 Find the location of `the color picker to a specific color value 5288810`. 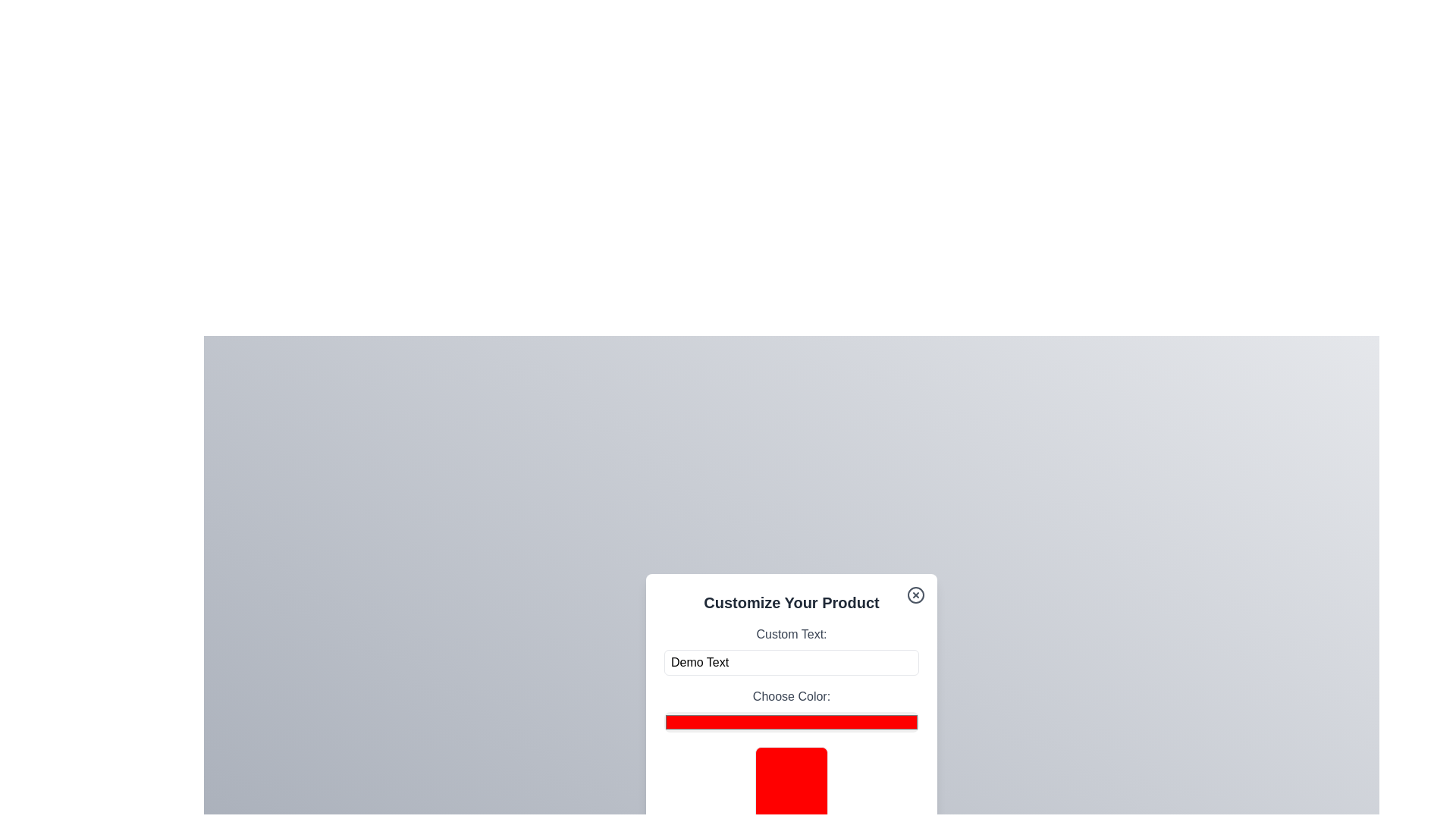

the color picker to a specific color value 5288810 is located at coordinates (790, 721).